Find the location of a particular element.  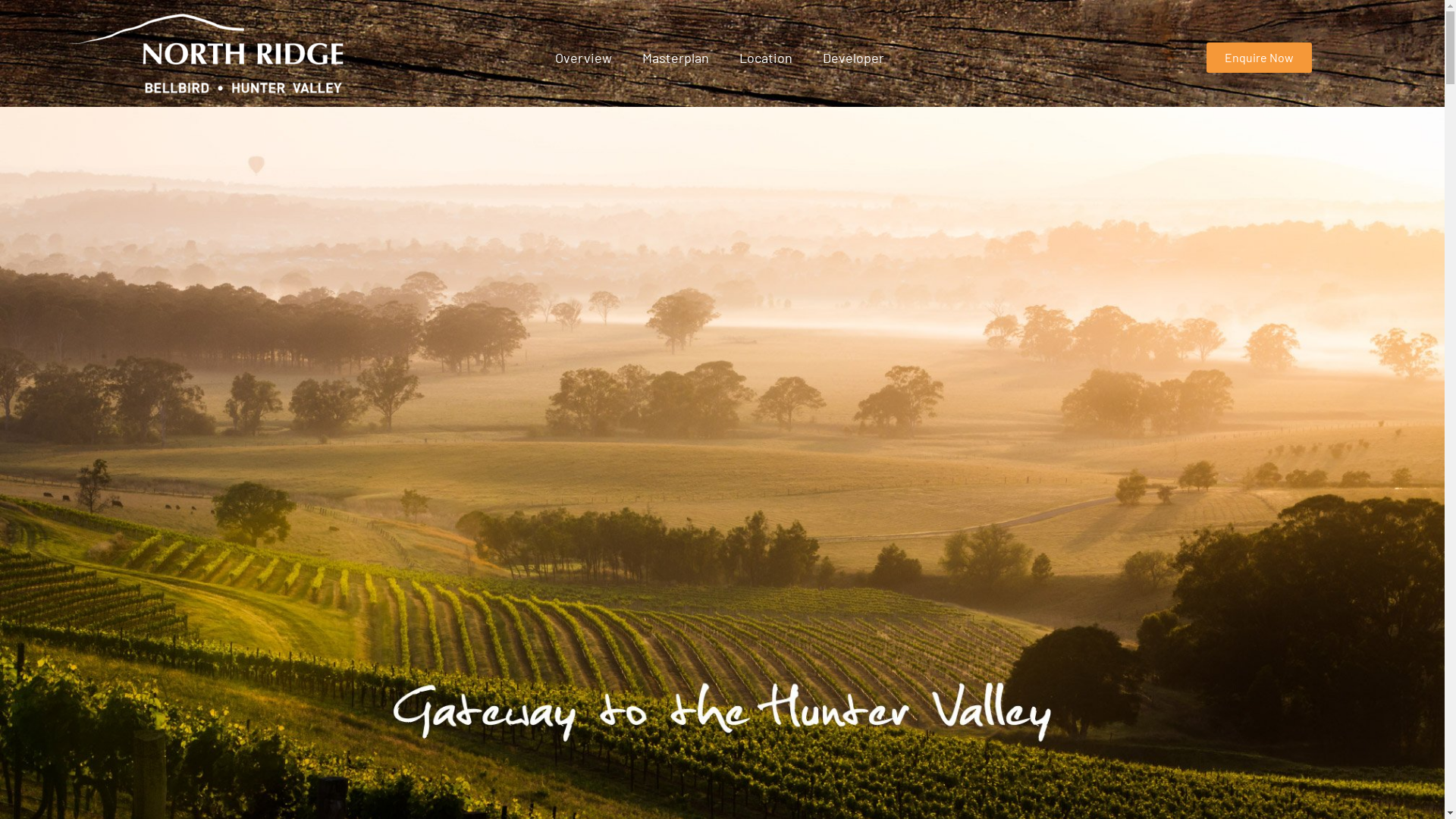

'Location' is located at coordinates (765, 57).